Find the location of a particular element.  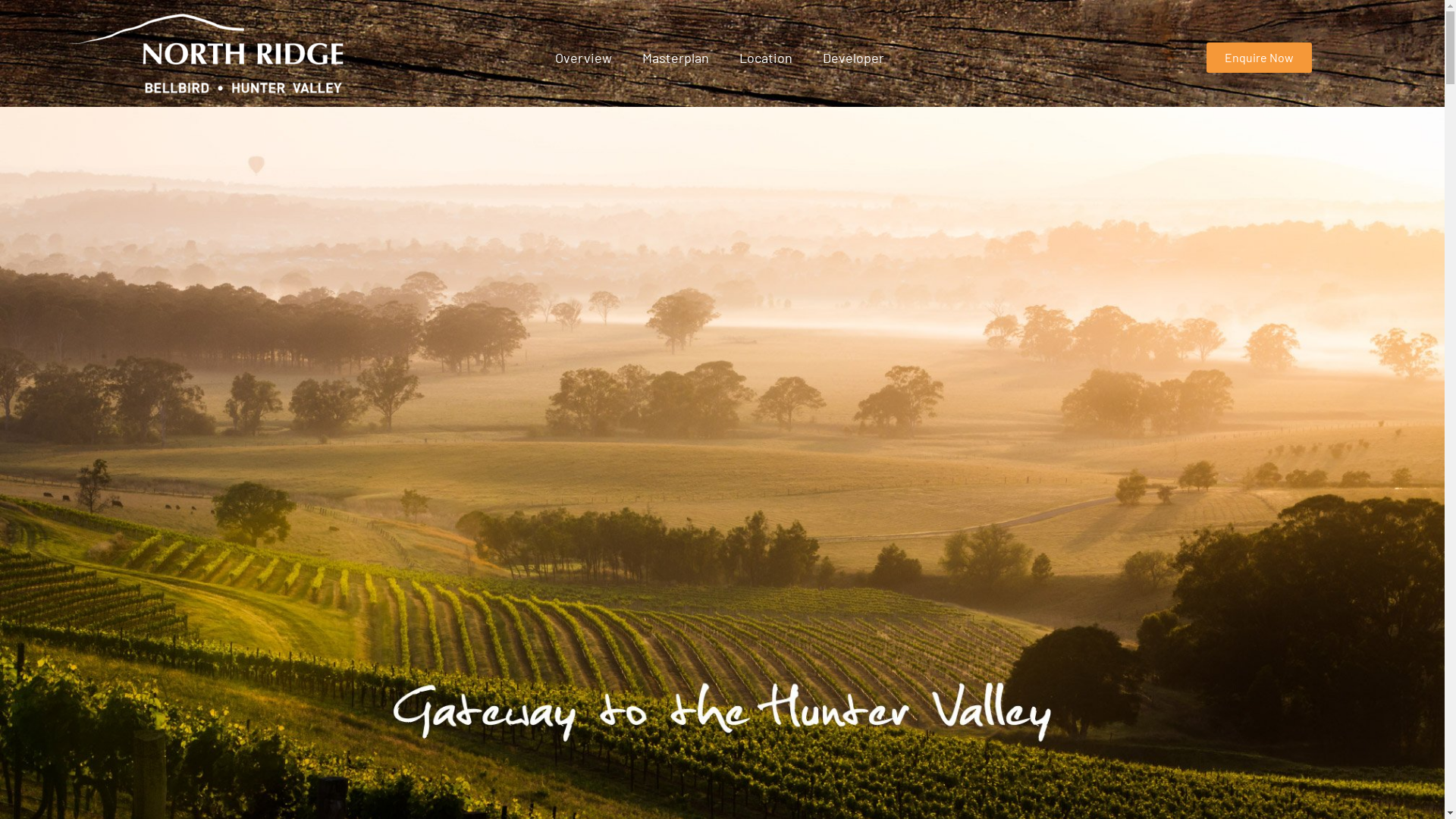

'Location' is located at coordinates (765, 57).